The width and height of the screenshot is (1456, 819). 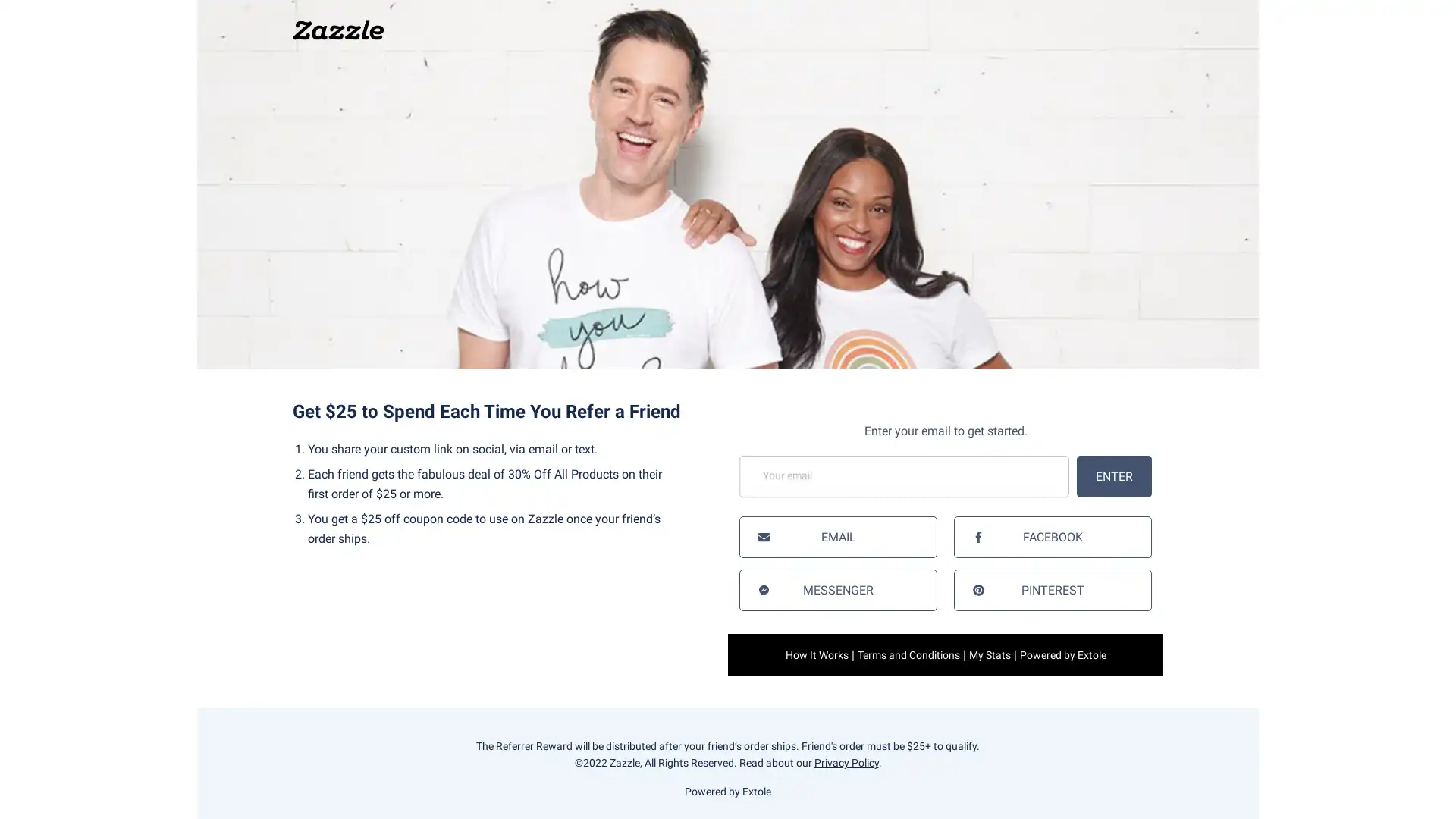 What do you see at coordinates (1051, 588) in the screenshot?
I see `pinterest` at bounding box center [1051, 588].